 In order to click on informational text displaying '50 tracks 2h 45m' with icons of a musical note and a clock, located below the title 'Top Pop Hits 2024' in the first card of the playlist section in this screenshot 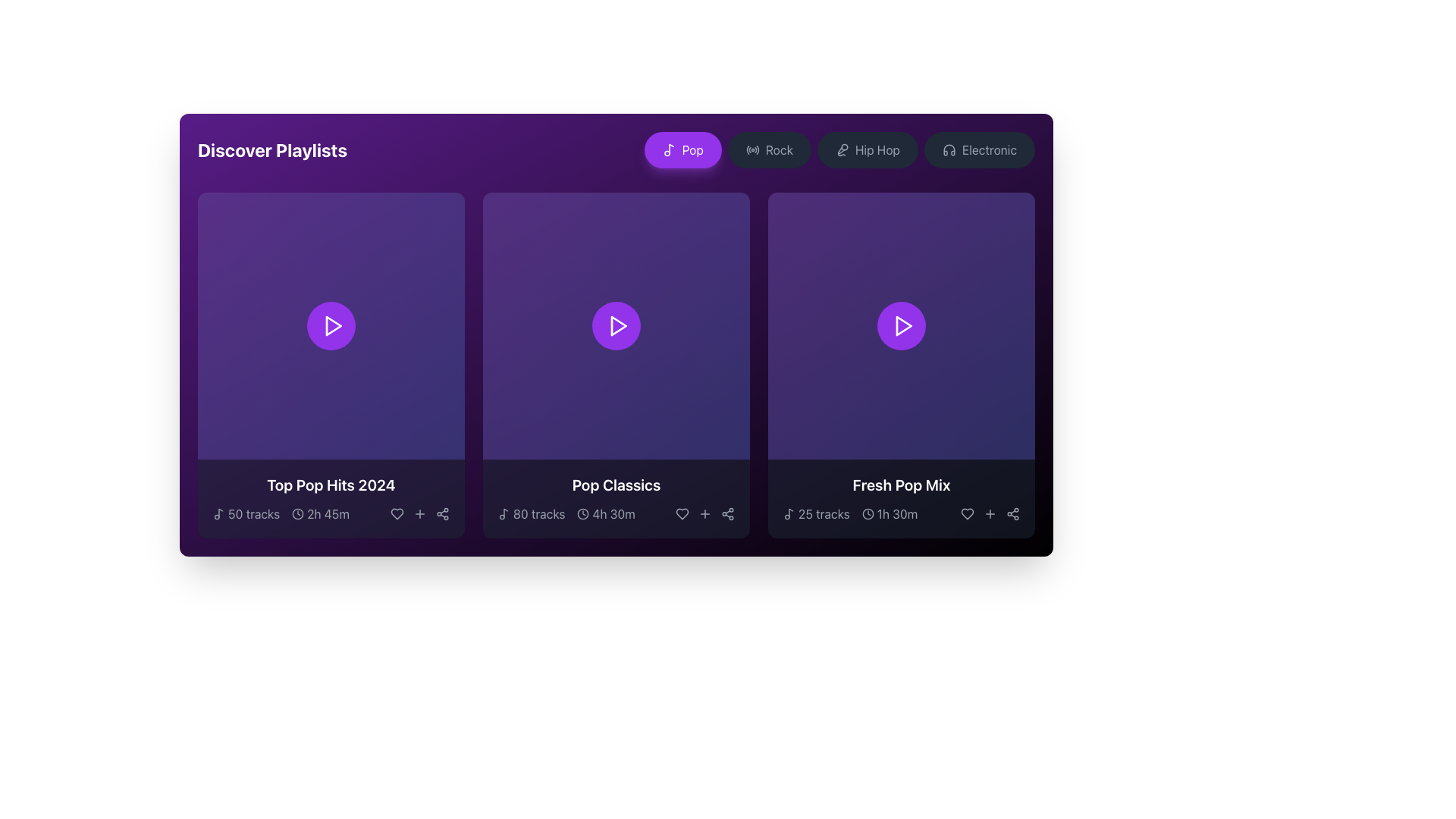, I will do `click(281, 513)`.